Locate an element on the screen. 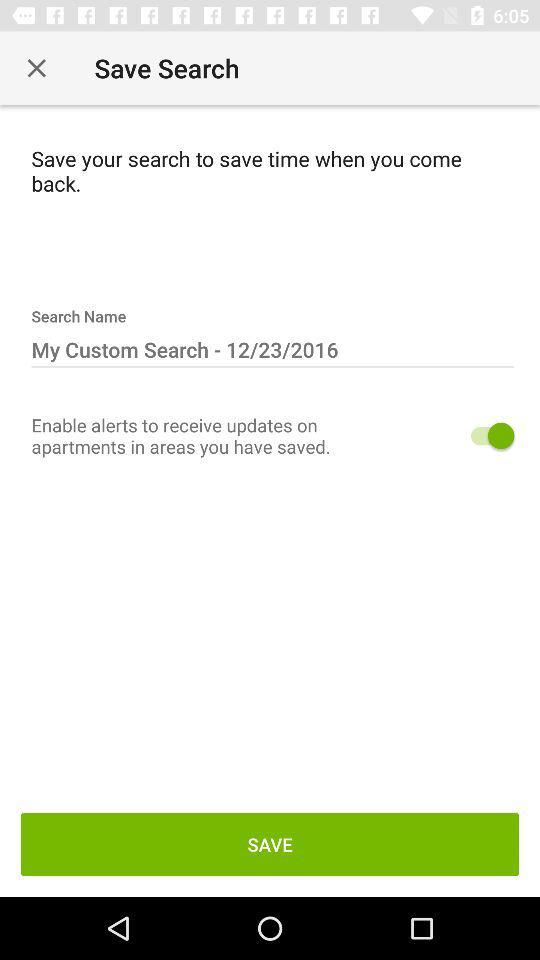  window is located at coordinates (36, 68).